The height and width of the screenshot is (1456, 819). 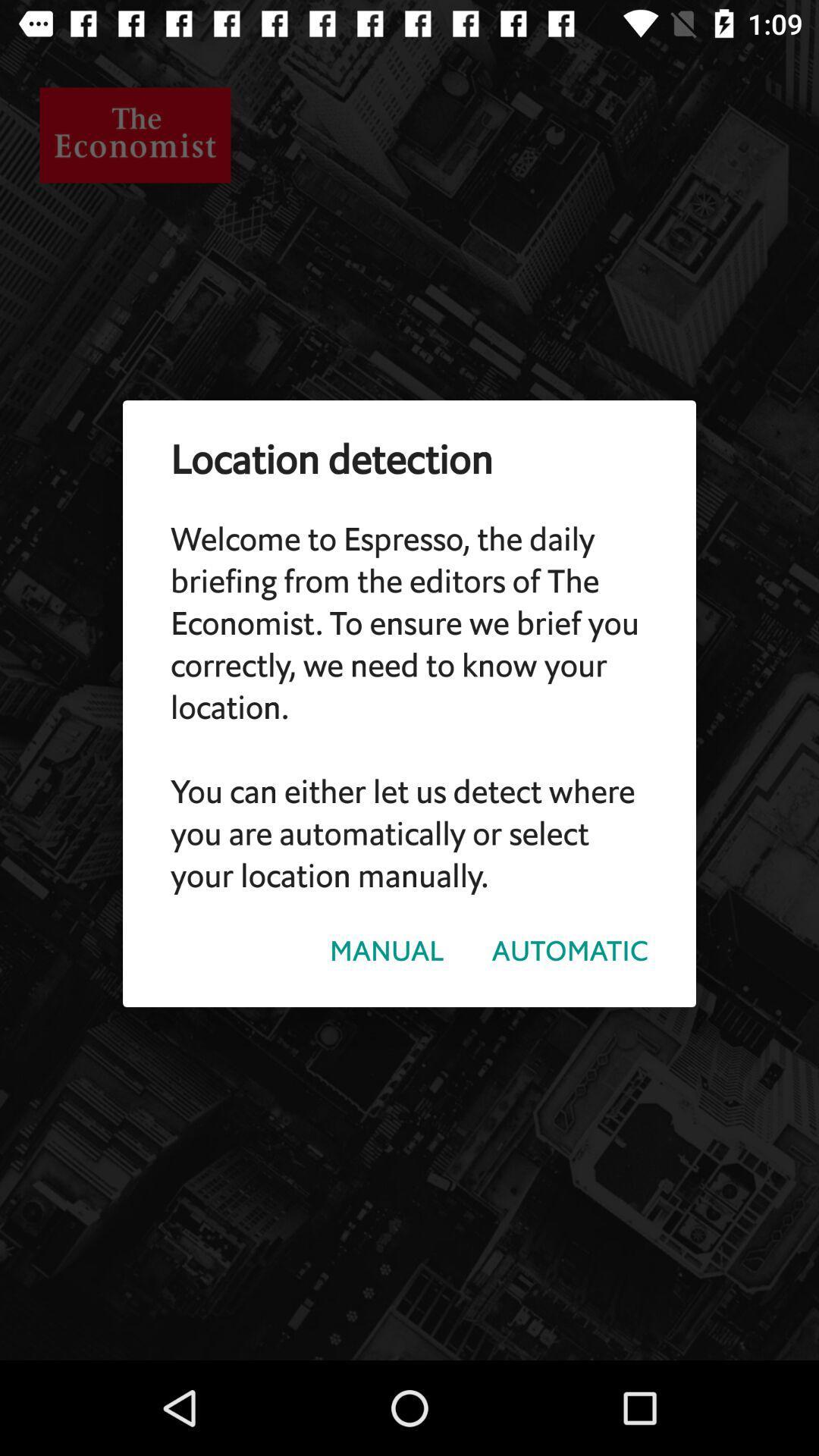 I want to click on button to the left of automatic, so click(x=386, y=950).